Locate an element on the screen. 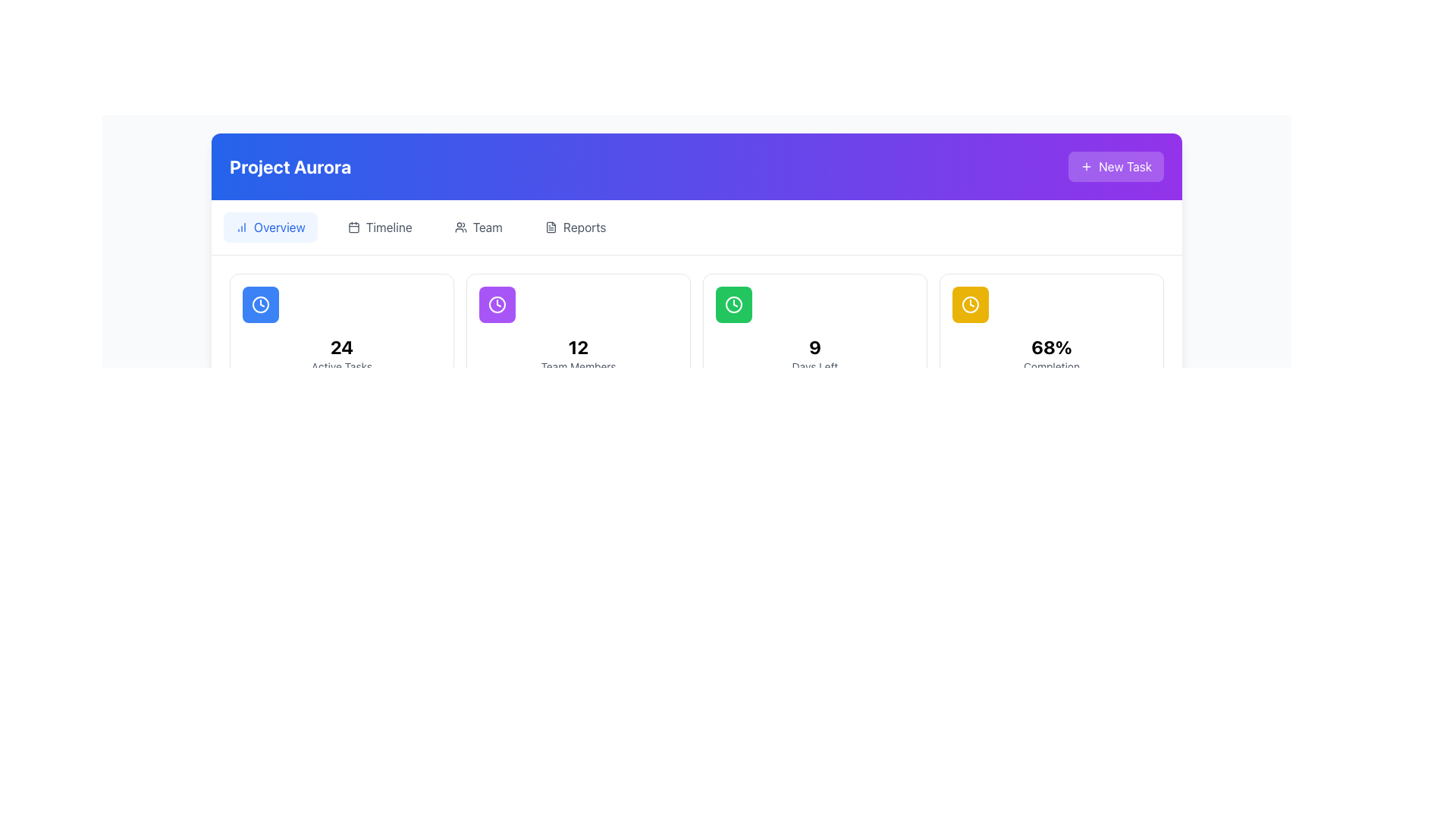  the 'Timeline' button in the navigation bar is located at coordinates (389, 227).